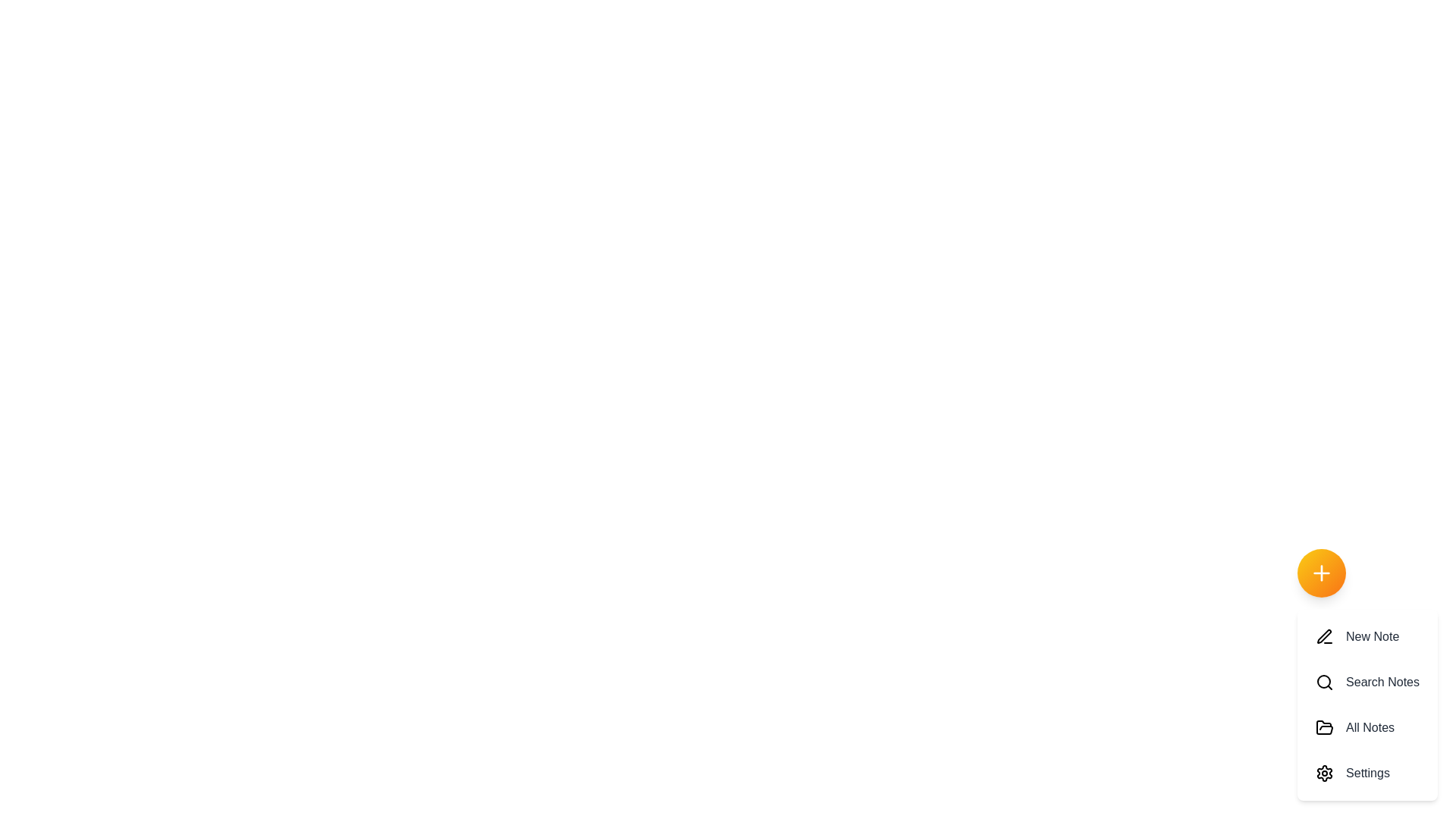 The height and width of the screenshot is (819, 1456). What do you see at coordinates (1367, 727) in the screenshot?
I see `the 'All Notes' option to view all notes` at bounding box center [1367, 727].